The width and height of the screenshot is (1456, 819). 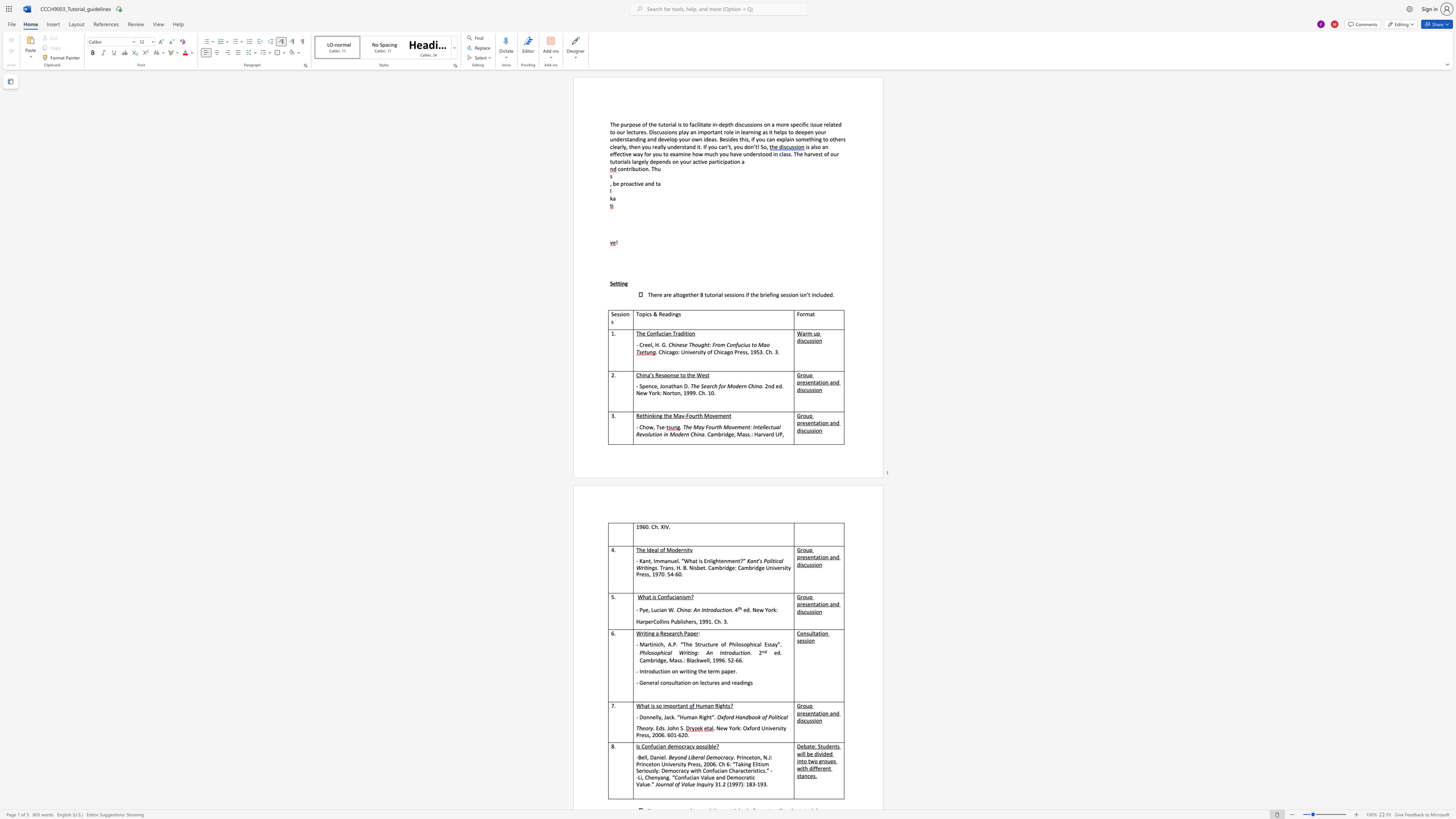 I want to click on the subset text "ents will be divided into two groups with different stances" within the text "Debate: Students will be divided into two groups with different stances.", so click(x=828, y=746).